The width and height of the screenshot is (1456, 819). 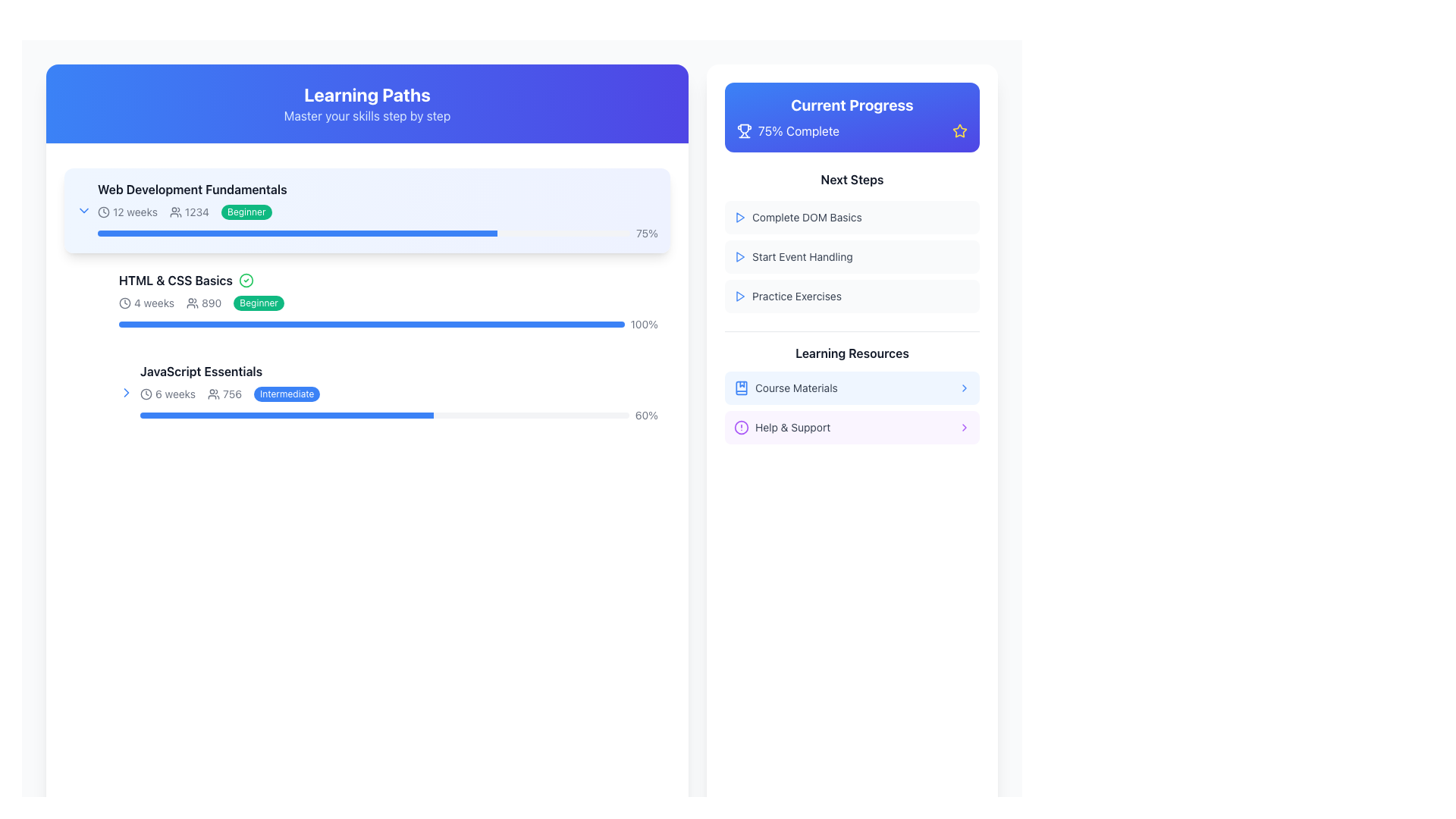 I want to click on the list item labeled 'Start Event Handling' located in the 'Next Steps' section, so click(x=852, y=241).